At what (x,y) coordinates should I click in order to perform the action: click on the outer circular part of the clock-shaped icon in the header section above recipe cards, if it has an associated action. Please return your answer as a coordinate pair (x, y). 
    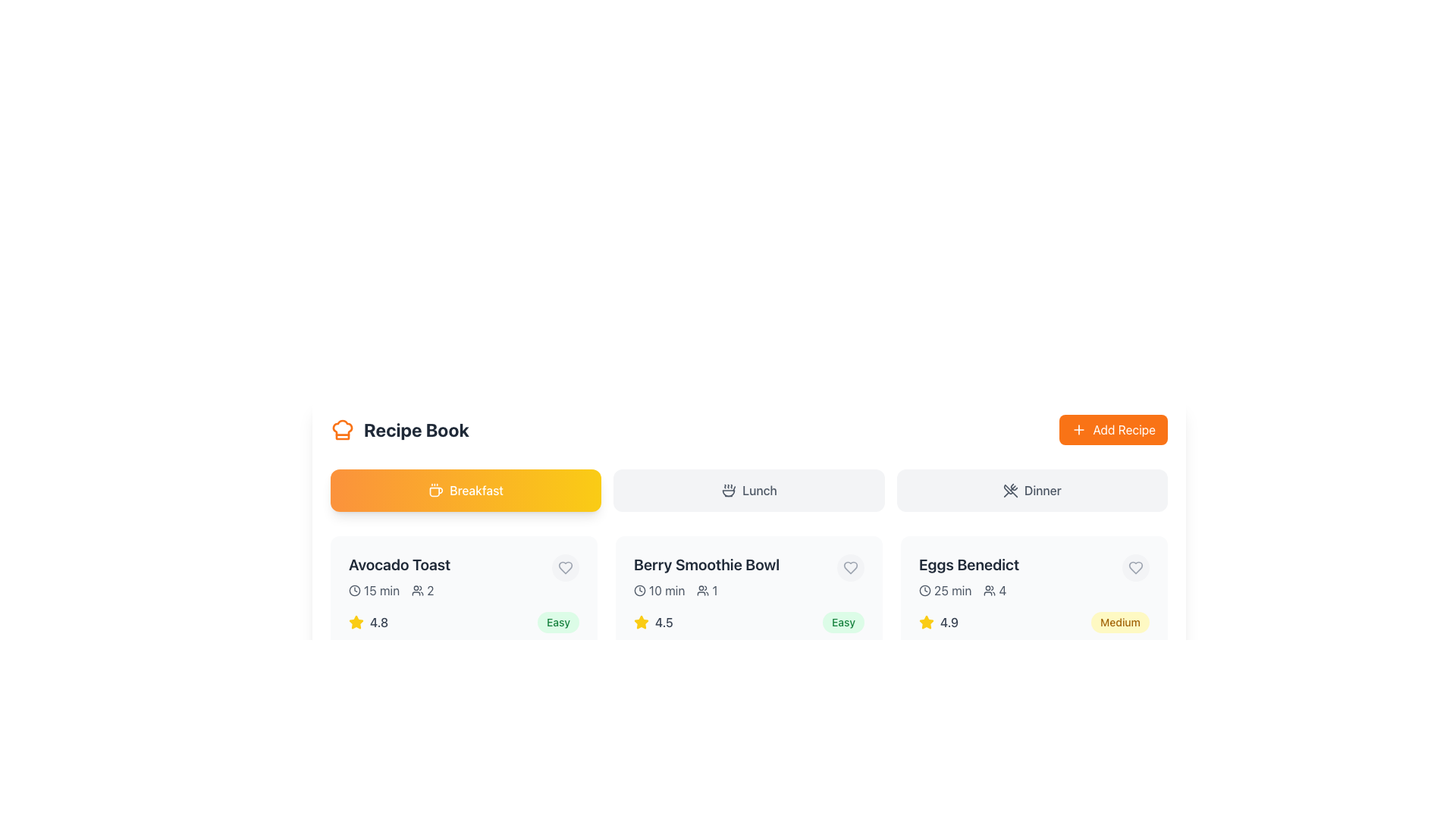
    Looking at the image, I should click on (640, 590).